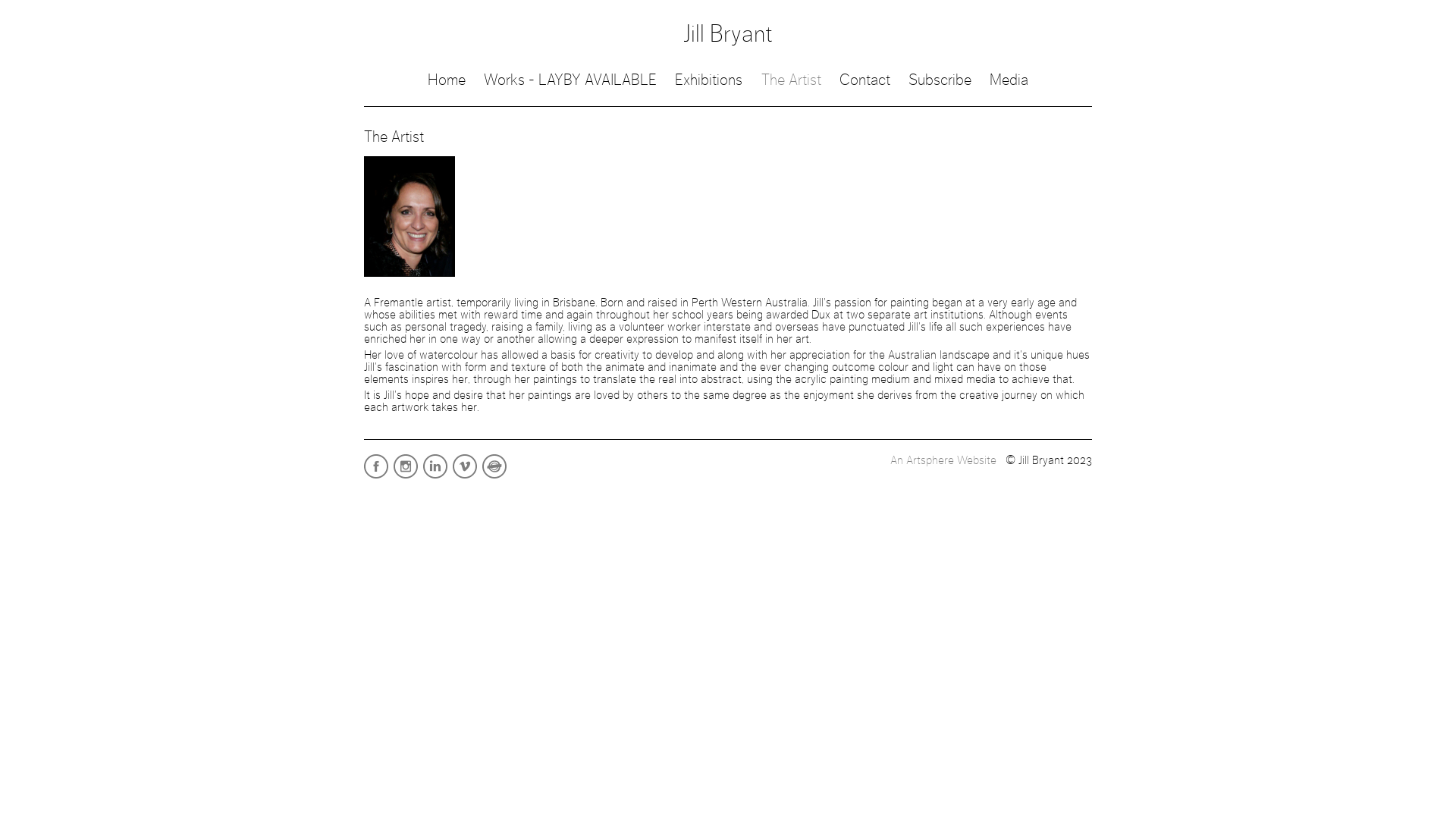 The image size is (1456, 819). Describe the element at coordinates (939, 80) in the screenshot. I see `'Subscribe'` at that location.